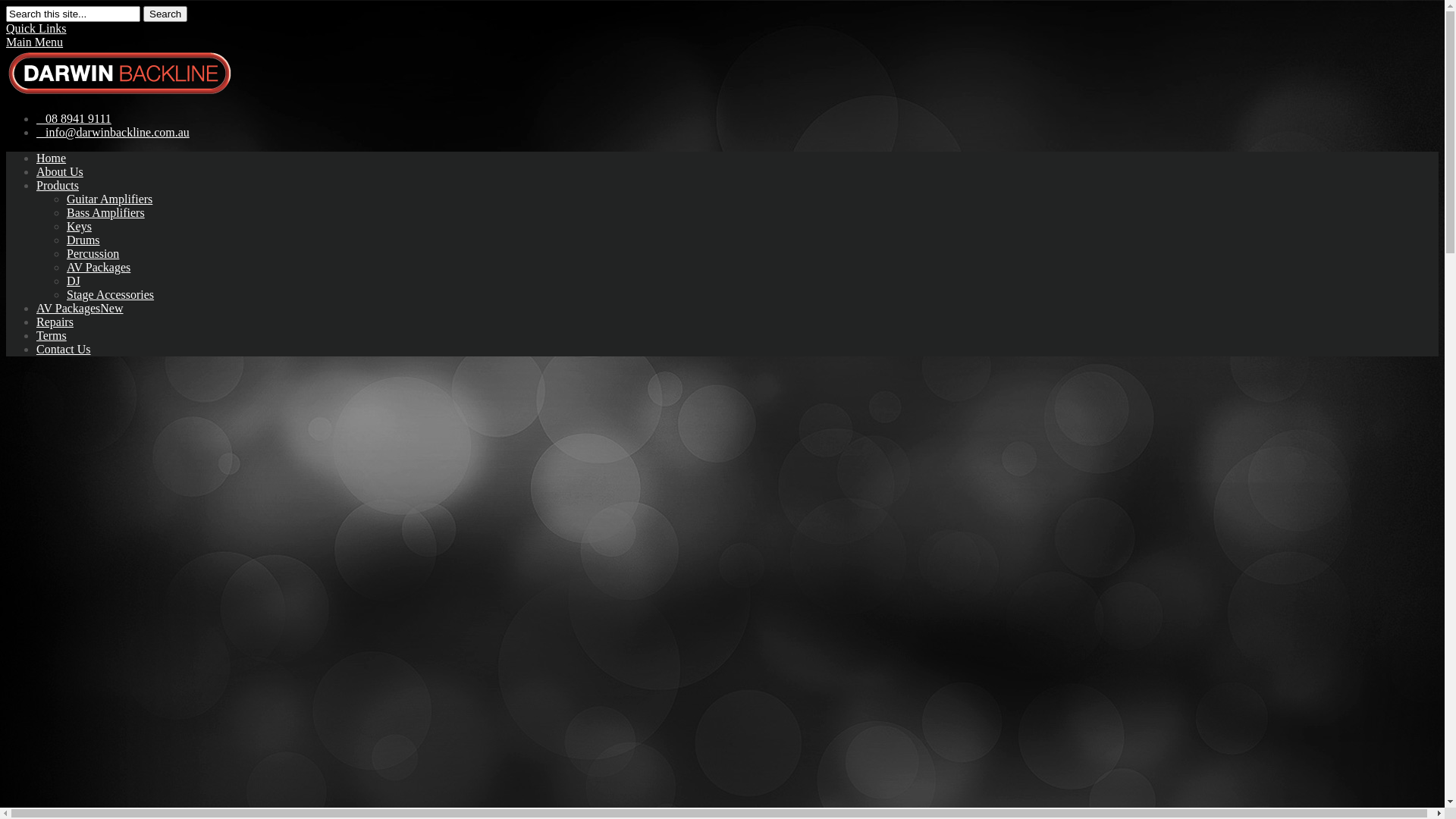  What do you see at coordinates (51, 334) in the screenshot?
I see `'Terms'` at bounding box center [51, 334].